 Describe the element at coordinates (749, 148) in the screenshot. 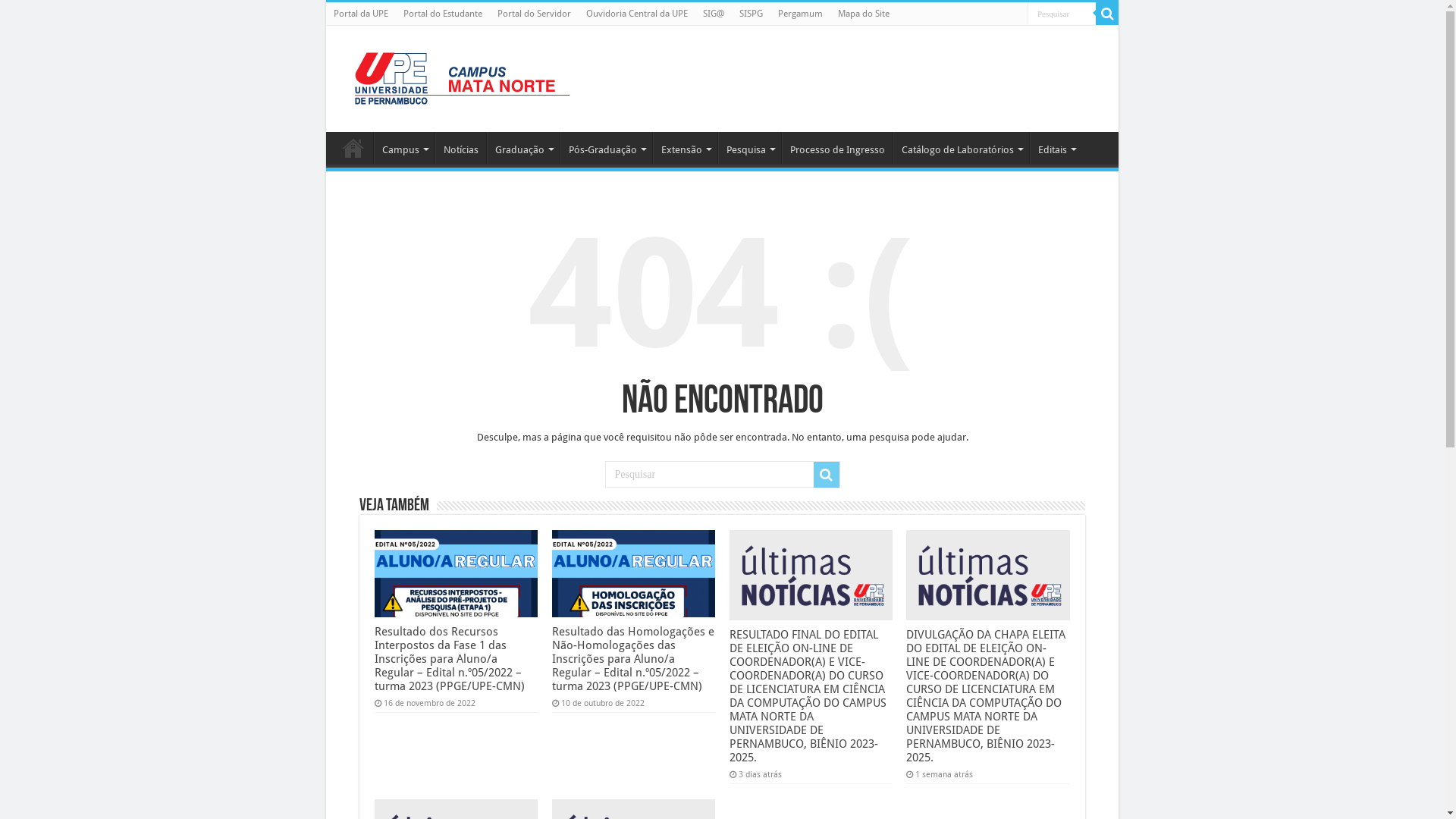

I see `'Pesquisa'` at that location.